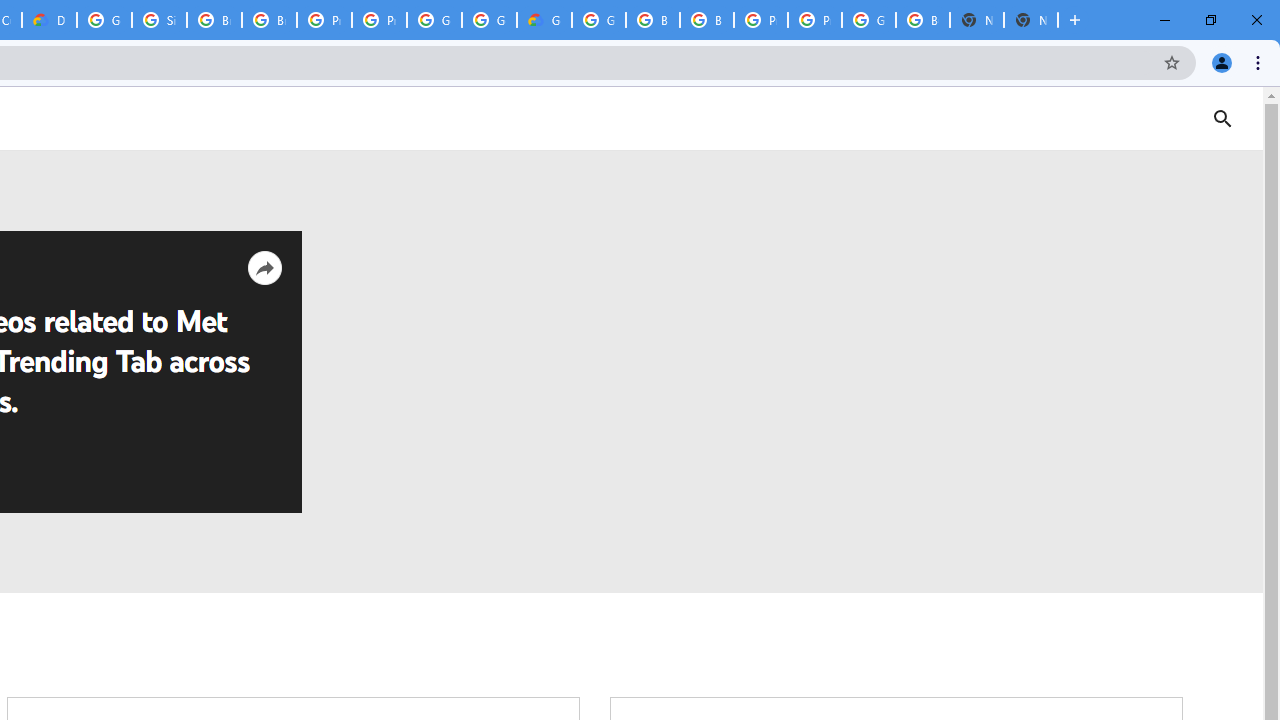 This screenshot has width=1280, height=720. What do you see at coordinates (158, 20) in the screenshot?
I see `'Sign in - Google Accounts'` at bounding box center [158, 20].